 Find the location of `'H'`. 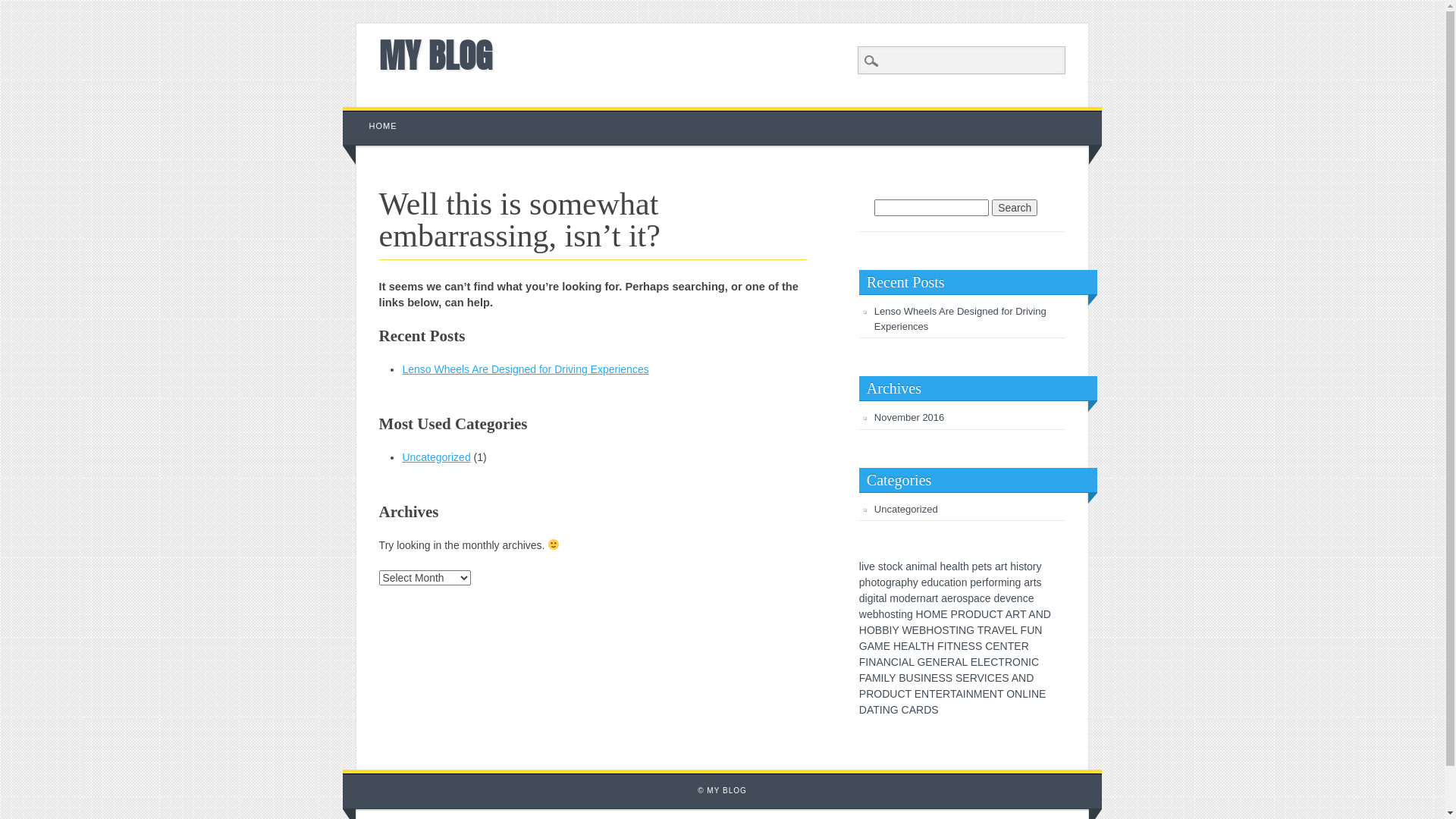

'H' is located at coordinates (919, 614).